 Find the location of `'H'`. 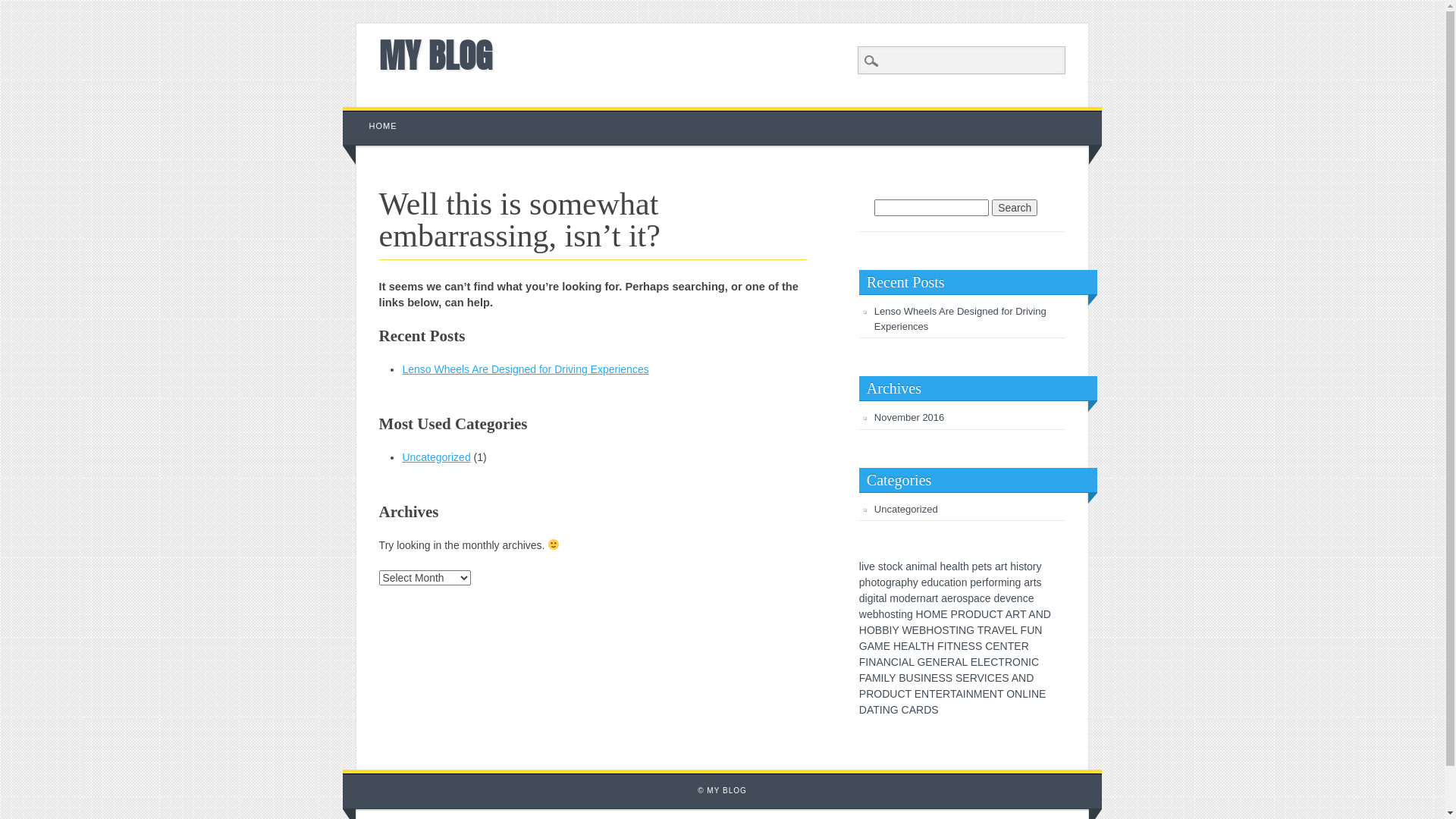

'H' is located at coordinates (919, 614).